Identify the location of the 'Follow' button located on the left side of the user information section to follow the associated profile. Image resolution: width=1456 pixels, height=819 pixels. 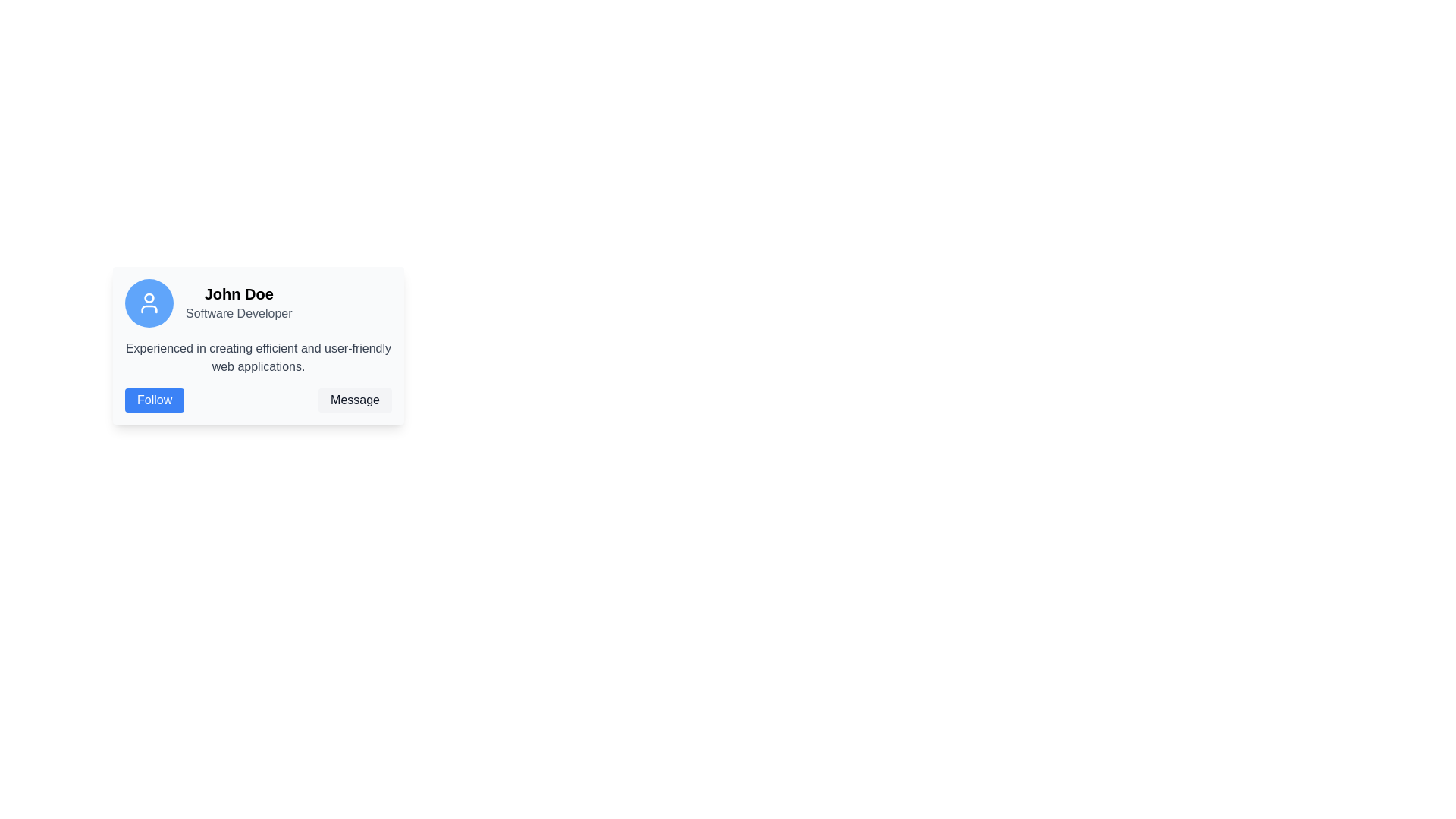
(154, 400).